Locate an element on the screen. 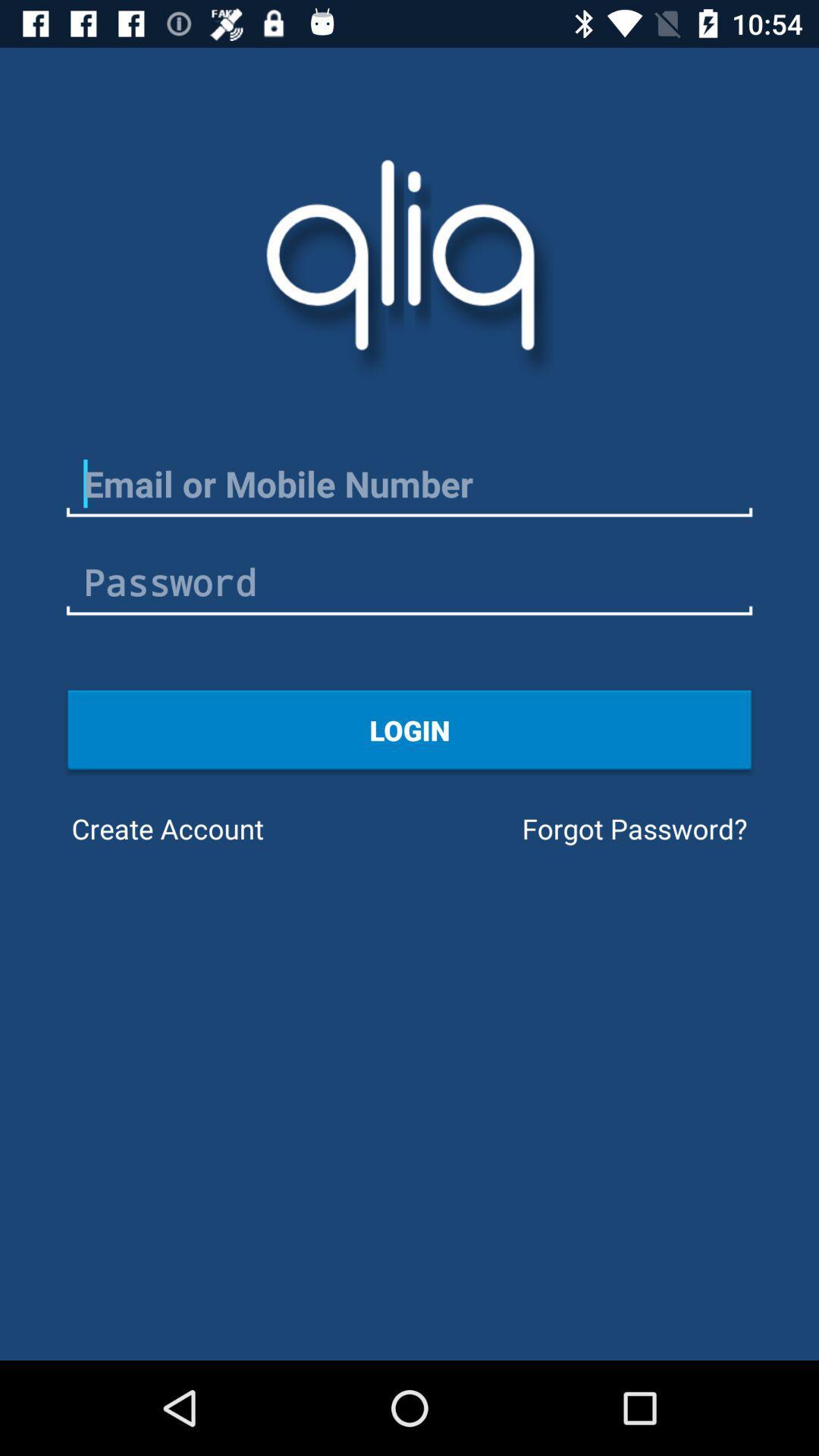 The height and width of the screenshot is (1456, 819). password is located at coordinates (409, 582).